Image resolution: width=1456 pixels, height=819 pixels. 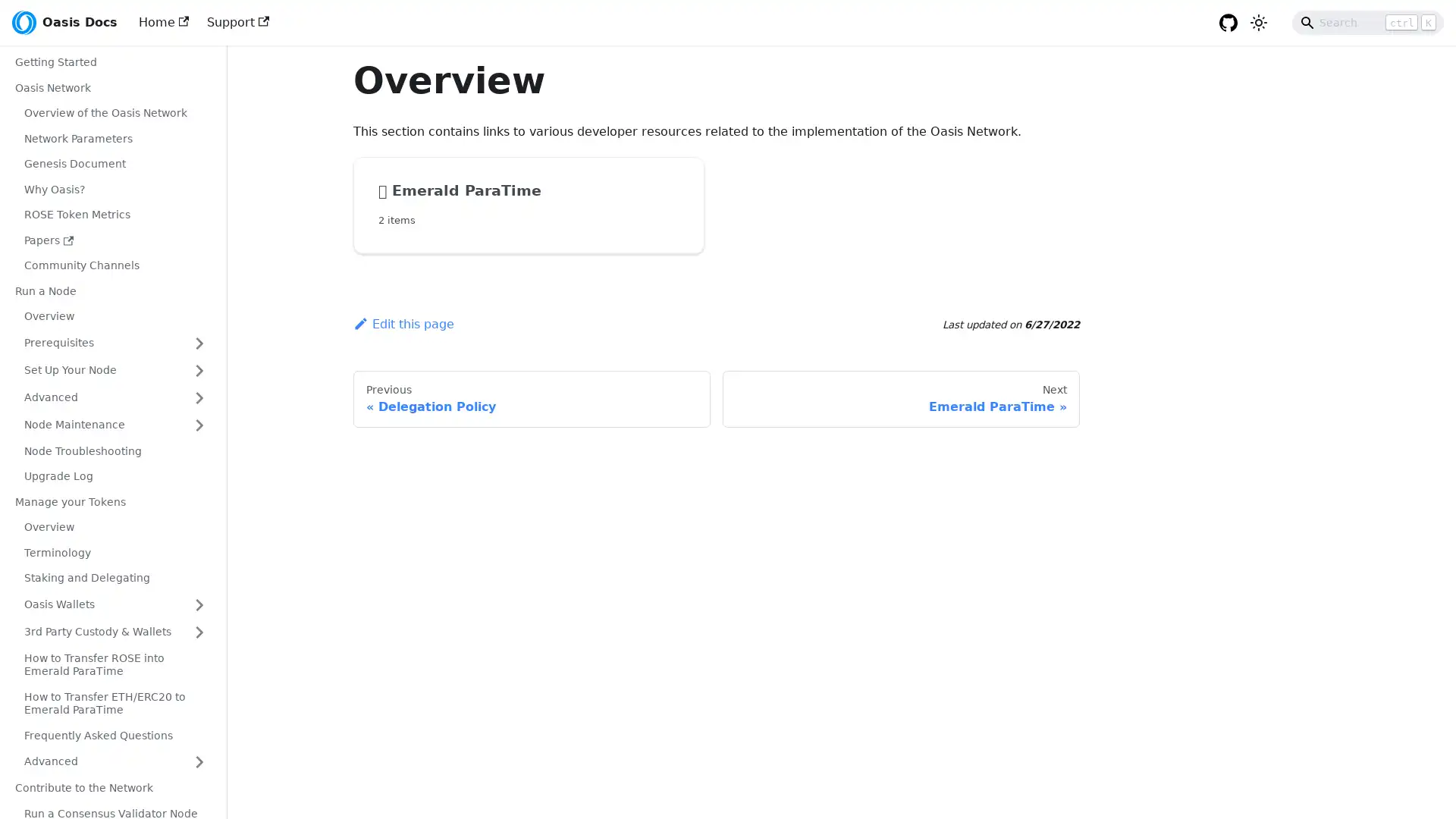 What do you see at coordinates (199, 424) in the screenshot?
I see `Toggle the collapsible sidebar category 'Node Maintenance'` at bounding box center [199, 424].